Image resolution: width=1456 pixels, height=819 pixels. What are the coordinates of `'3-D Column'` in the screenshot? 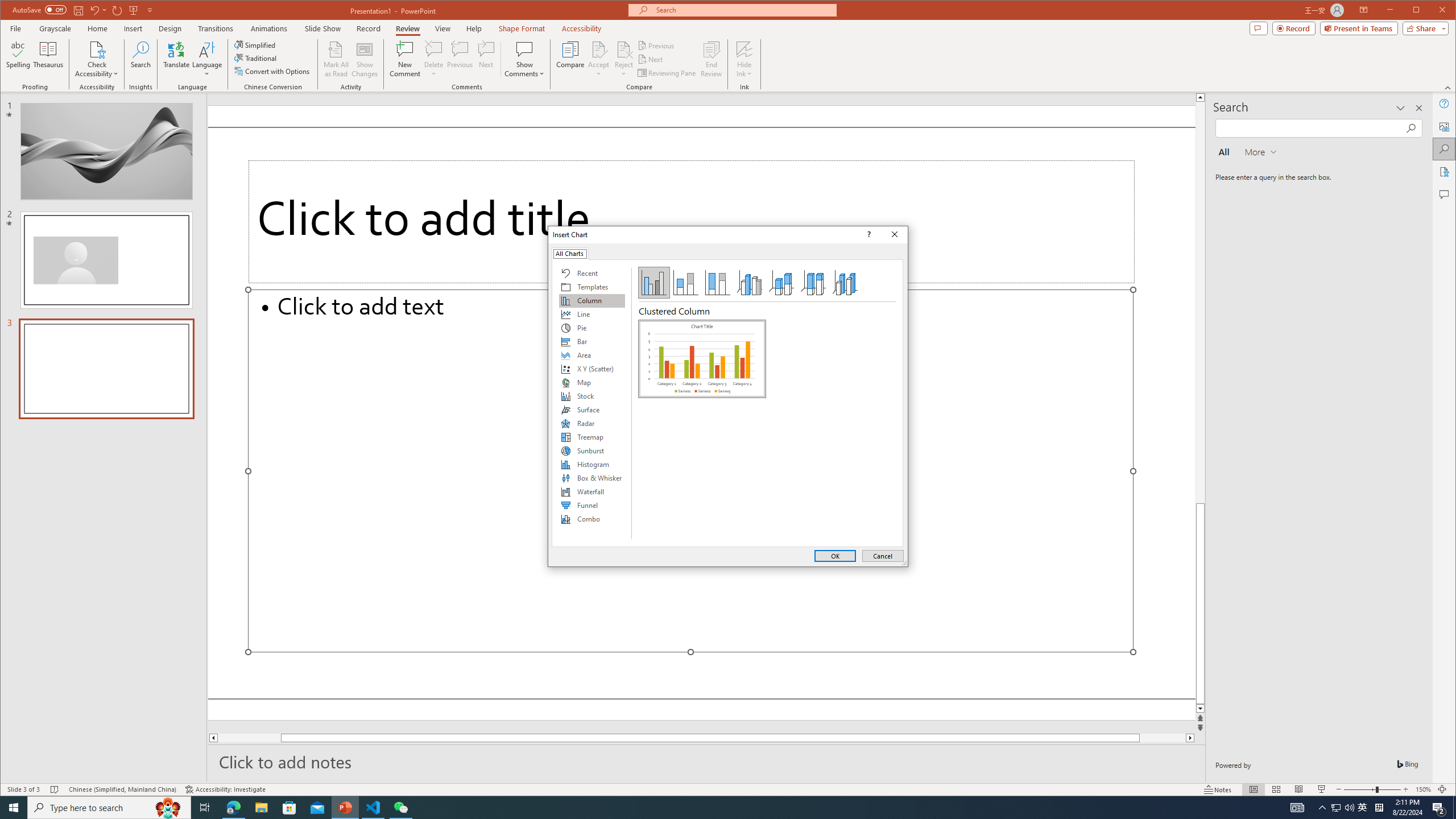 It's located at (845, 283).